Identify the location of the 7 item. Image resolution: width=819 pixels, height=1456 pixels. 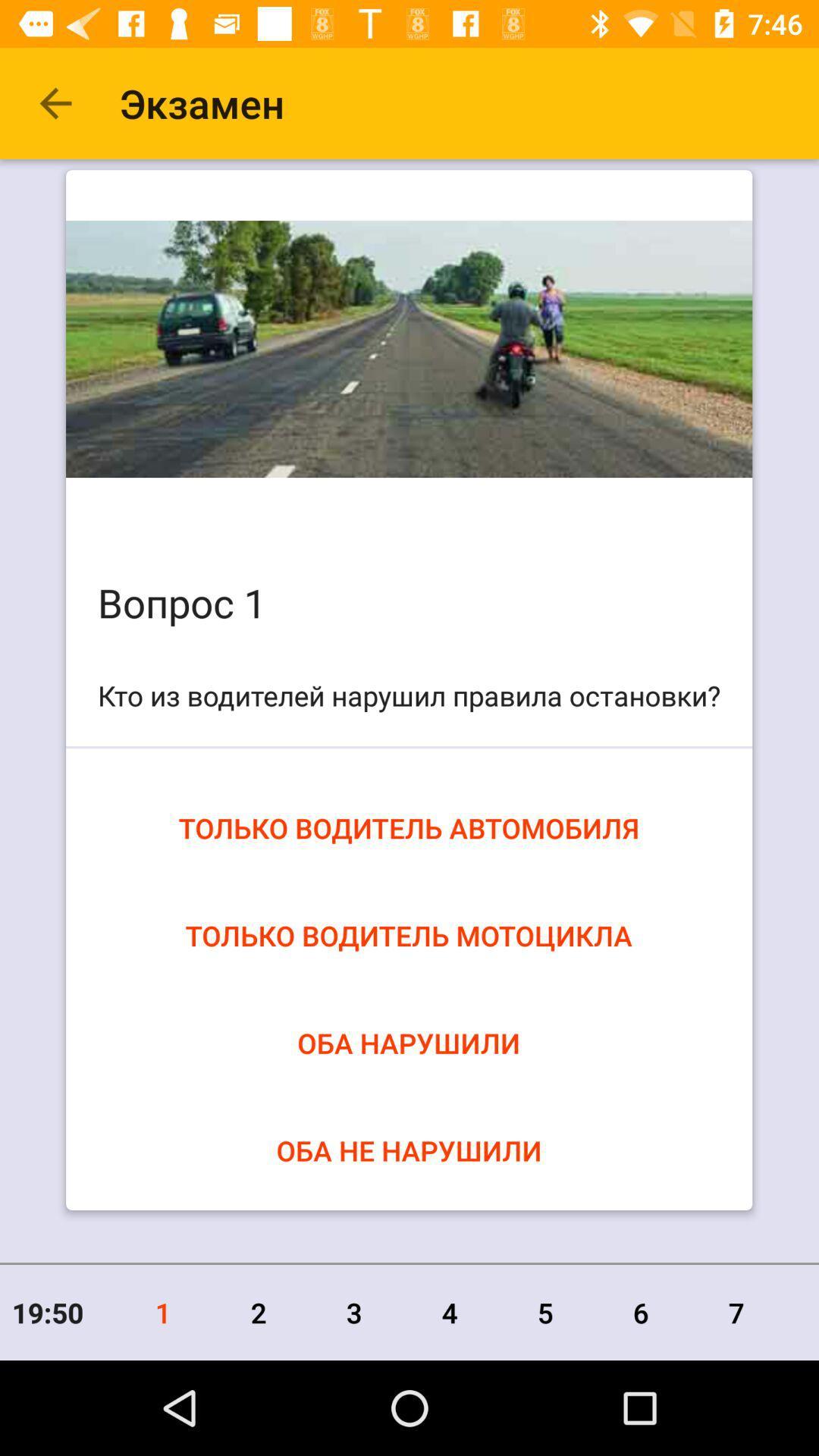
(736, 1312).